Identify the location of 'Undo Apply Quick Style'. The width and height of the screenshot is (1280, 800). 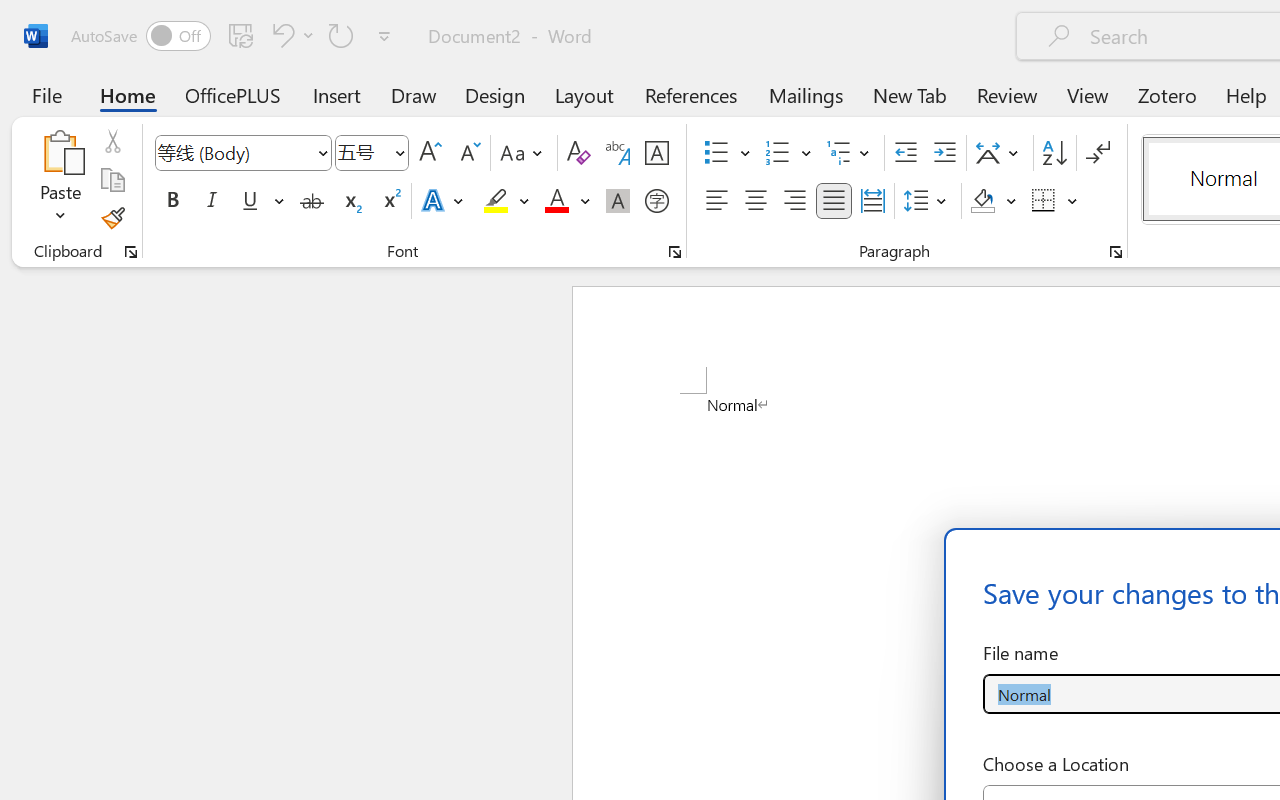
(279, 34).